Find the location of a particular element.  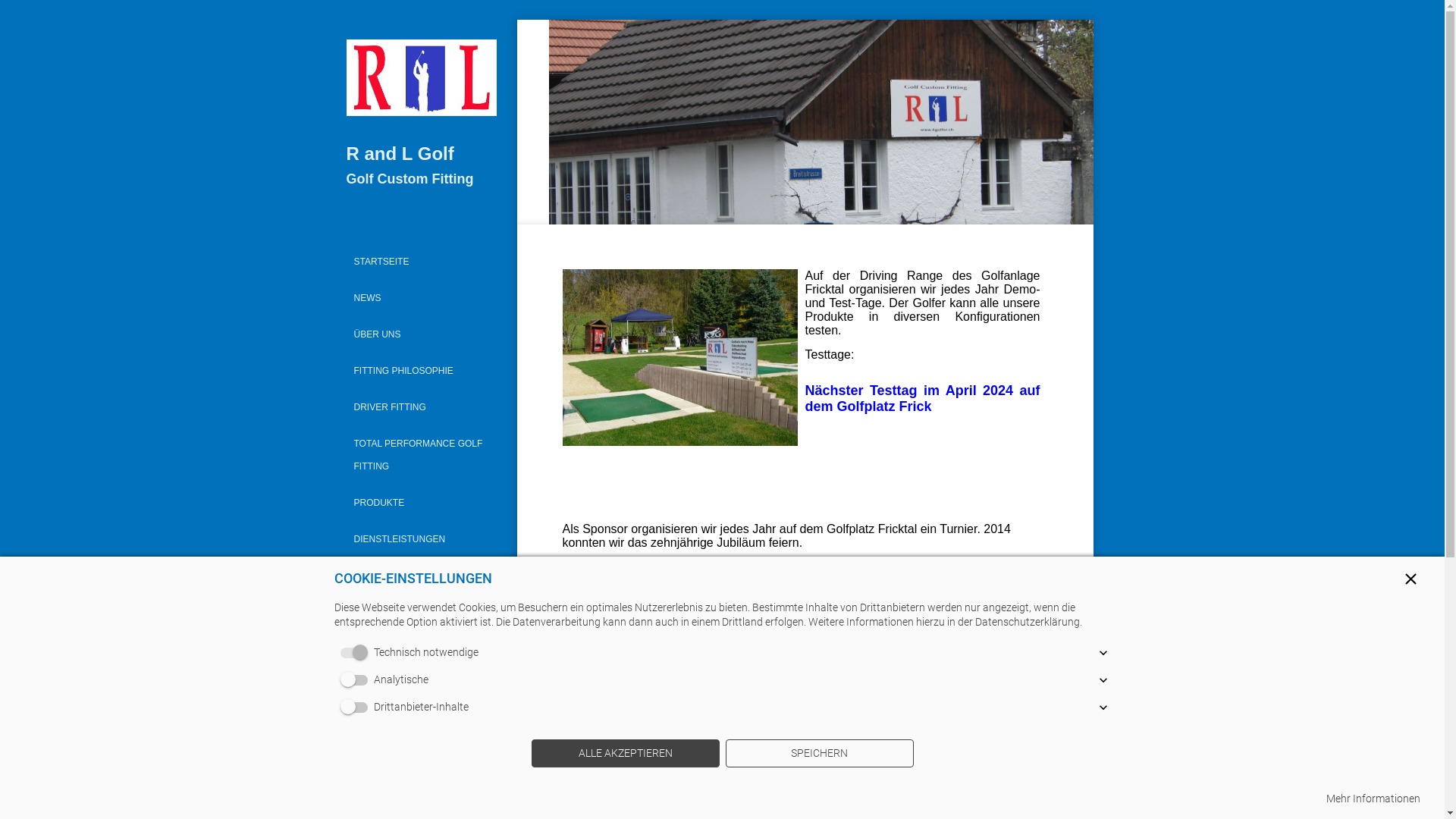

'SPEICHERN' is located at coordinates (818, 754).